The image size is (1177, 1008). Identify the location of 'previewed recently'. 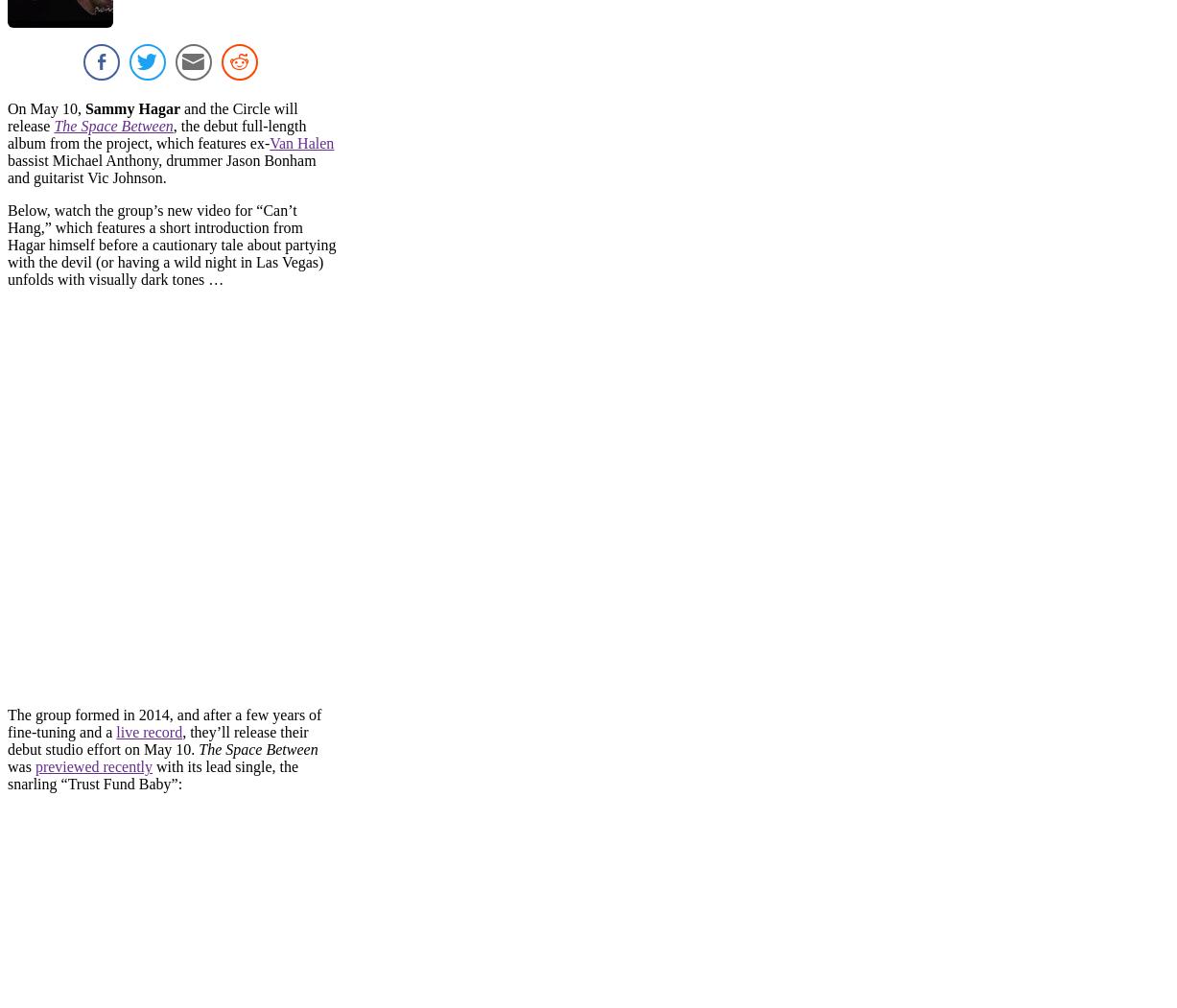
(93, 765).